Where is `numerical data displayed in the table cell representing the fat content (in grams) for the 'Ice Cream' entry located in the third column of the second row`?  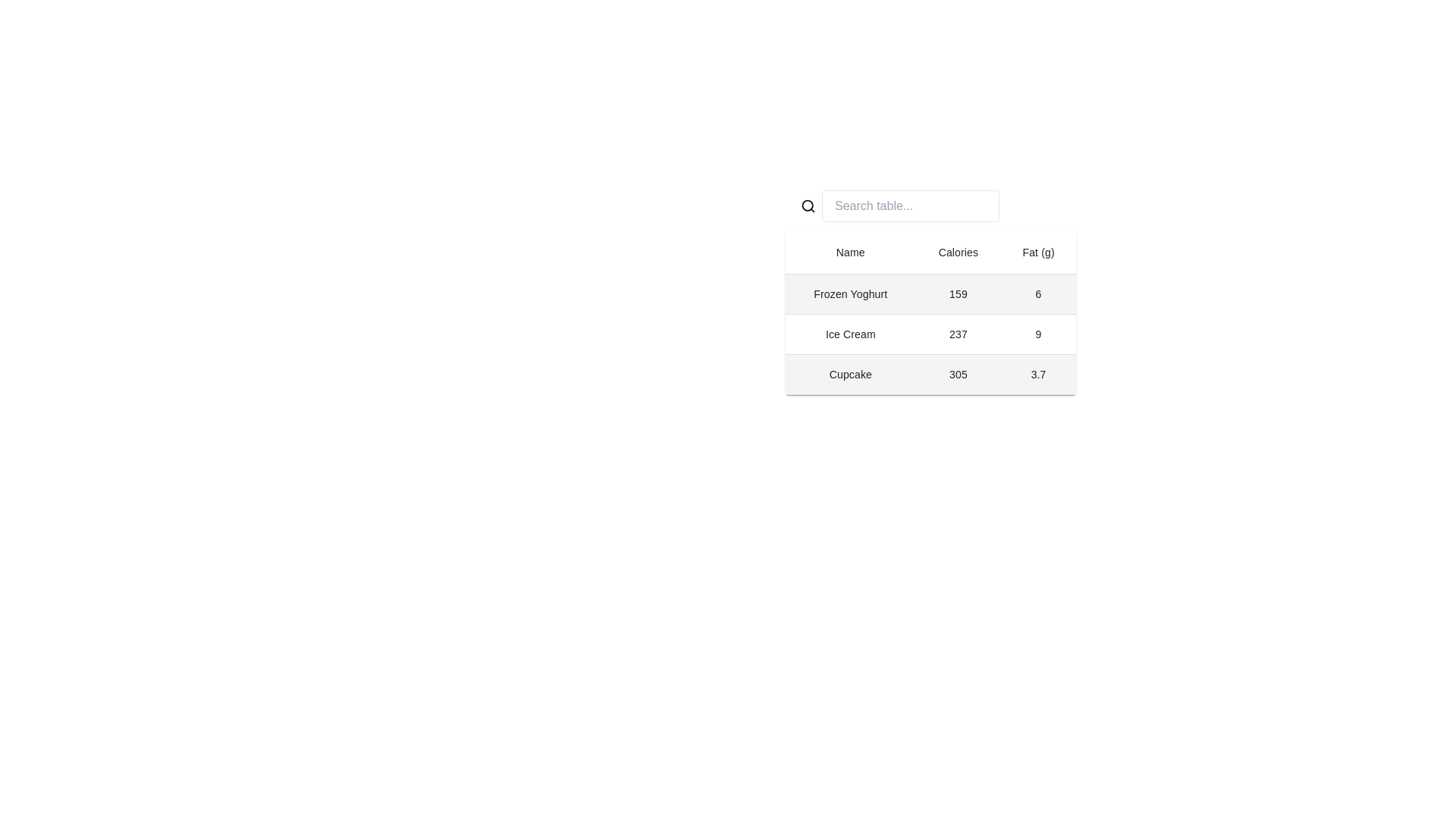
numerical data displayed in the table cell representing the fat content (in grams) for the 'Ice Cream' entry located in the third column of the second row is located at coordinates (1037, 334).